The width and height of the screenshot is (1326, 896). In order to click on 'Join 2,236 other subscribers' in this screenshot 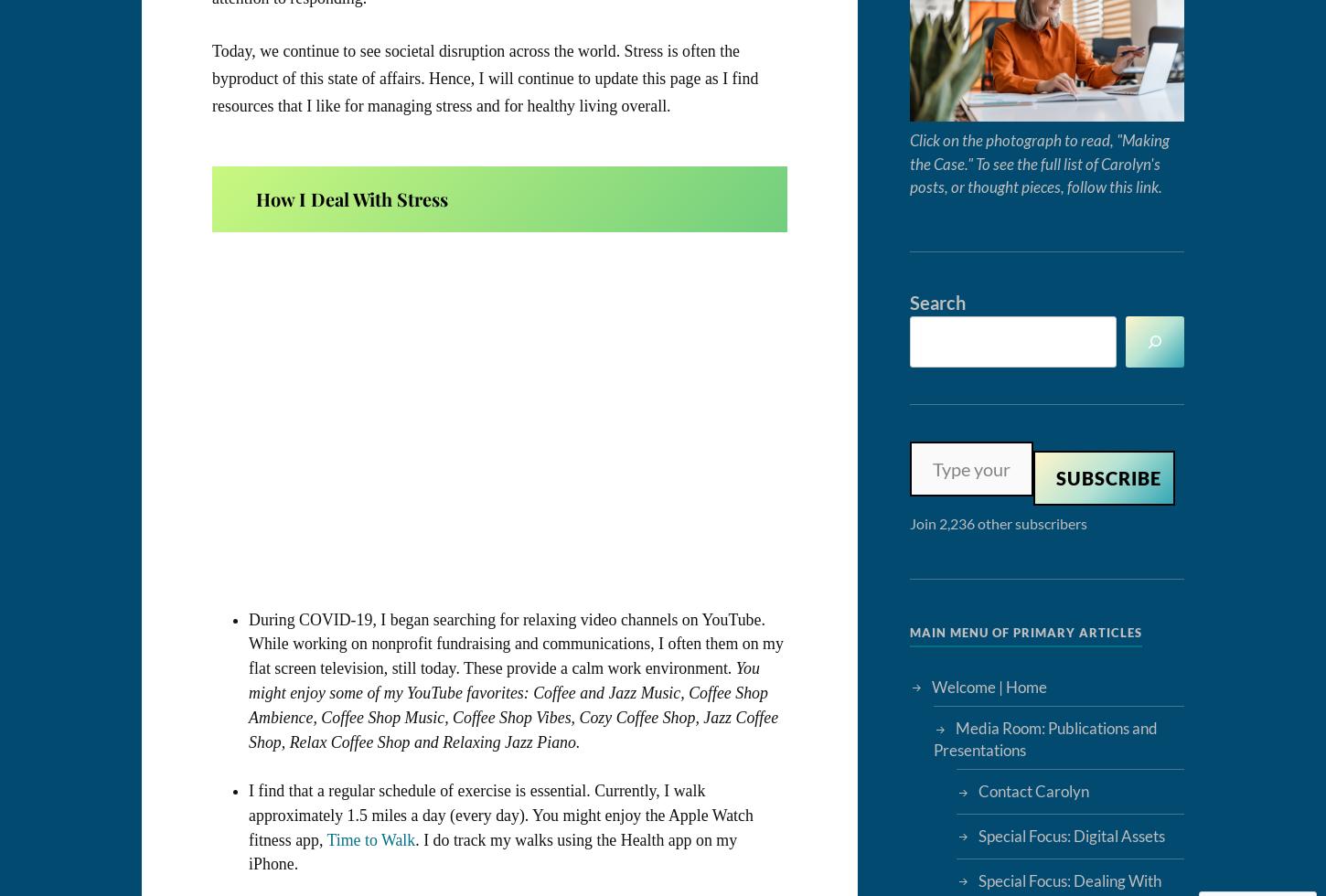, I will do `click(997, 522)`.